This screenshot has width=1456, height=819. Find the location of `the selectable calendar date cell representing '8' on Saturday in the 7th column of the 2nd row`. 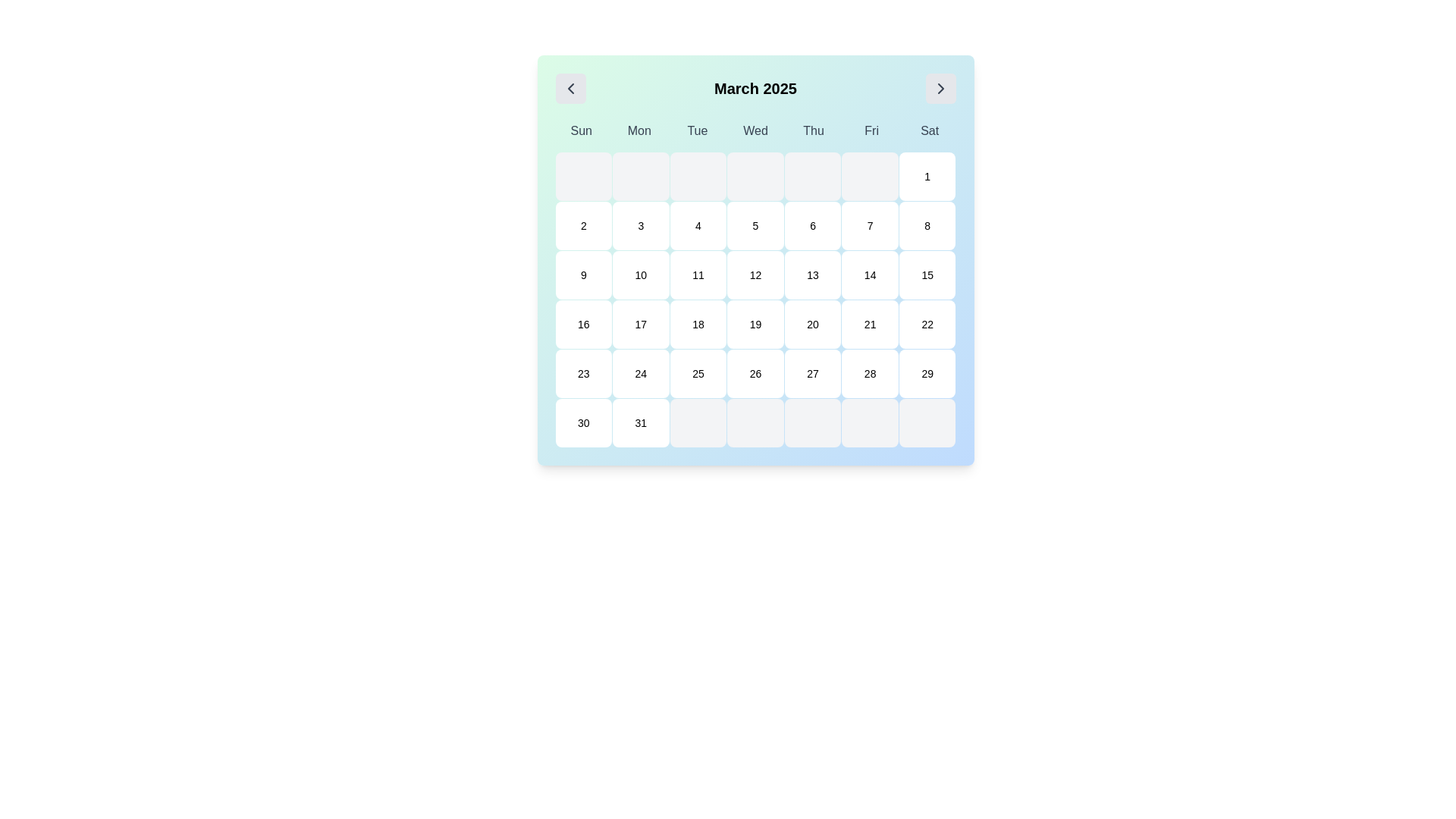

the selectable calendar date cell representing '8' on Saturday in the 7th column of the 2nd row is located at coordinates (927, 225).